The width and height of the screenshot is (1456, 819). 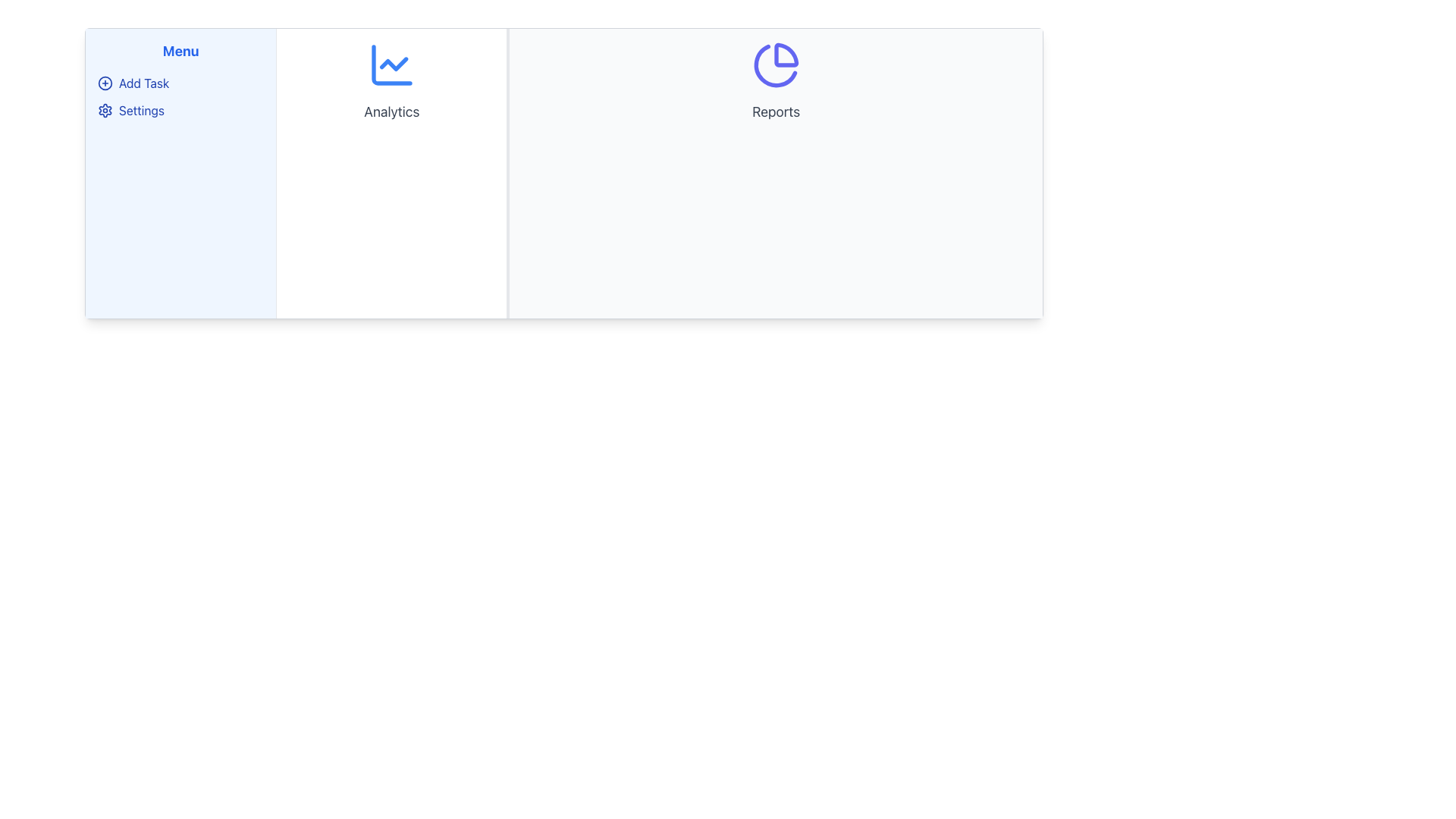 I want to click on the indigo-stroked quarter-circle segment of the pie chart icon located in the 'Reports' section, which is positioned near the label 'Reports', so click(x=786, y=54).